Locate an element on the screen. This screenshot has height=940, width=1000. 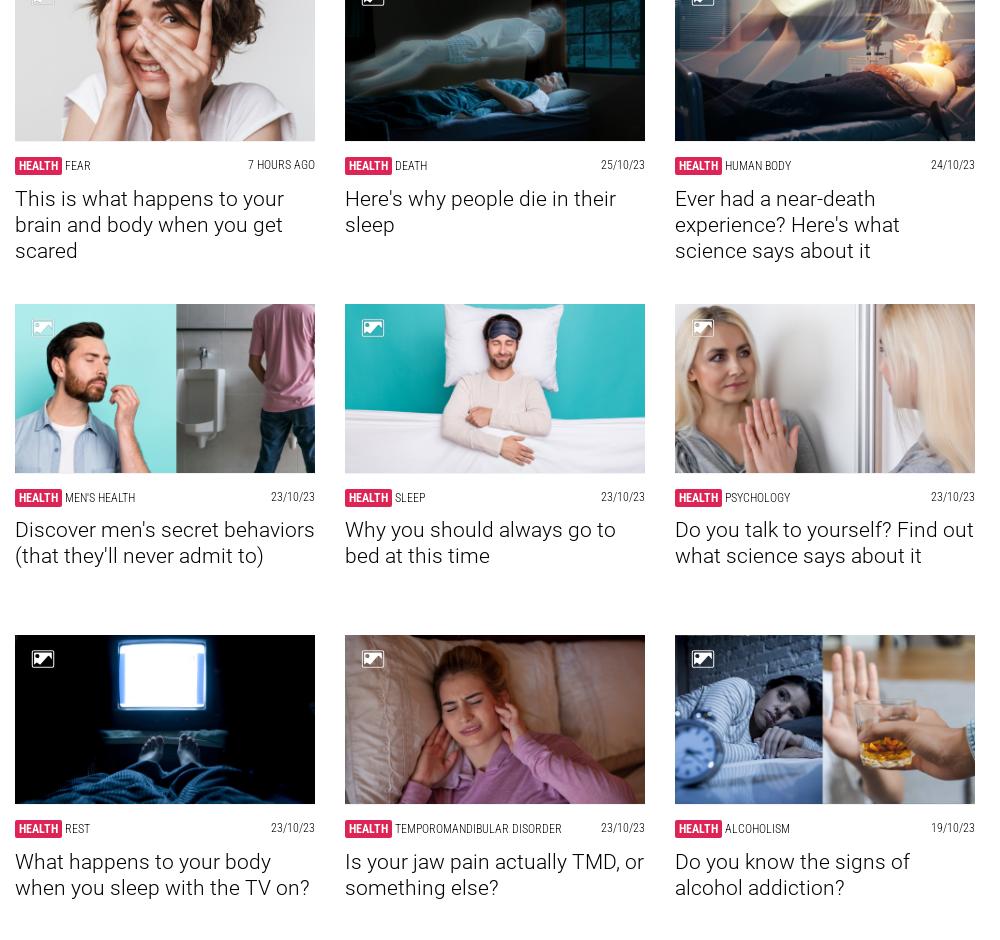
'Alcoholism' is located at coordinates (757, 827).